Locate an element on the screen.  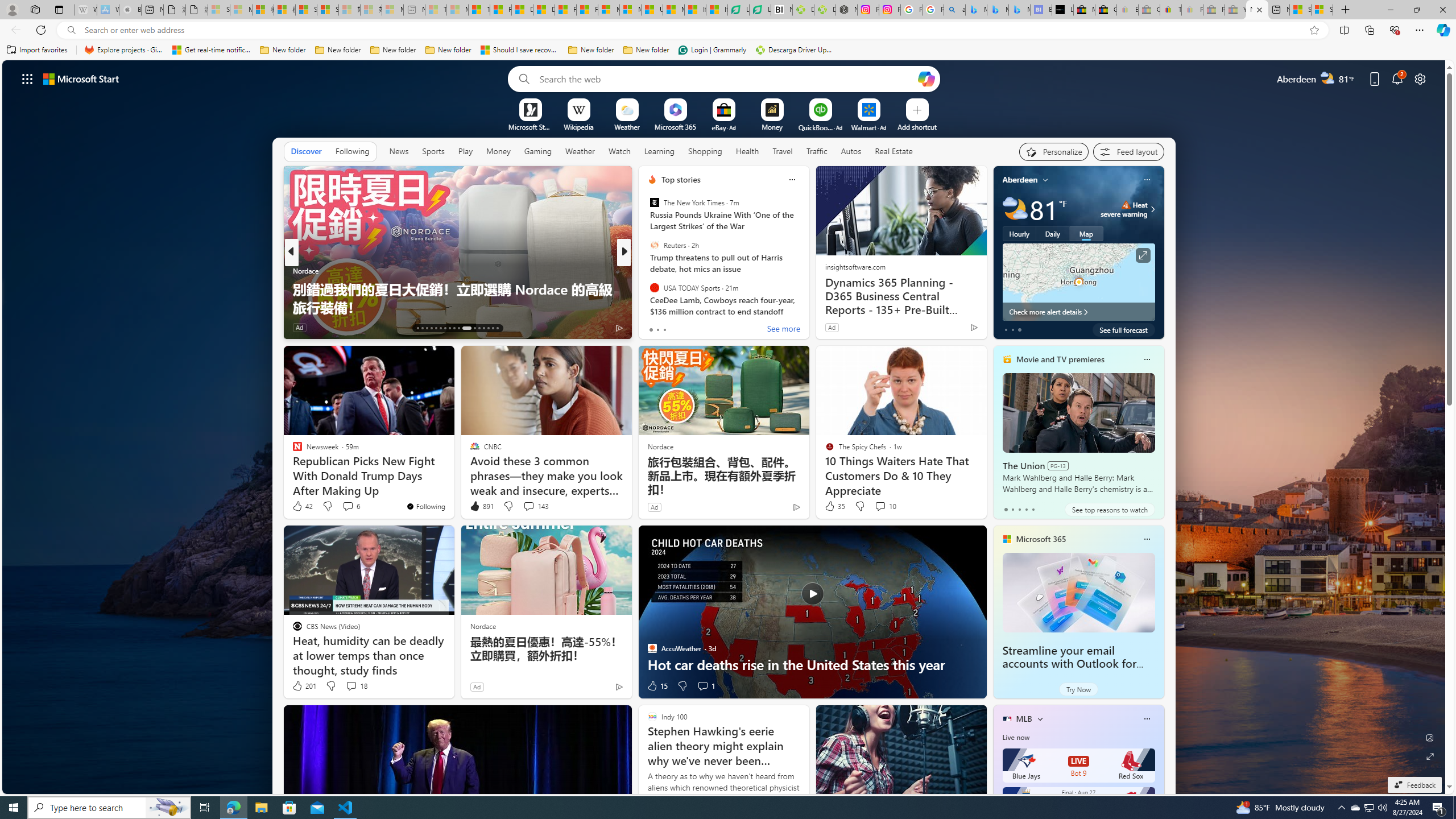
'Marine life - MSN - Sleeping' is located at coordinates (457, 9).